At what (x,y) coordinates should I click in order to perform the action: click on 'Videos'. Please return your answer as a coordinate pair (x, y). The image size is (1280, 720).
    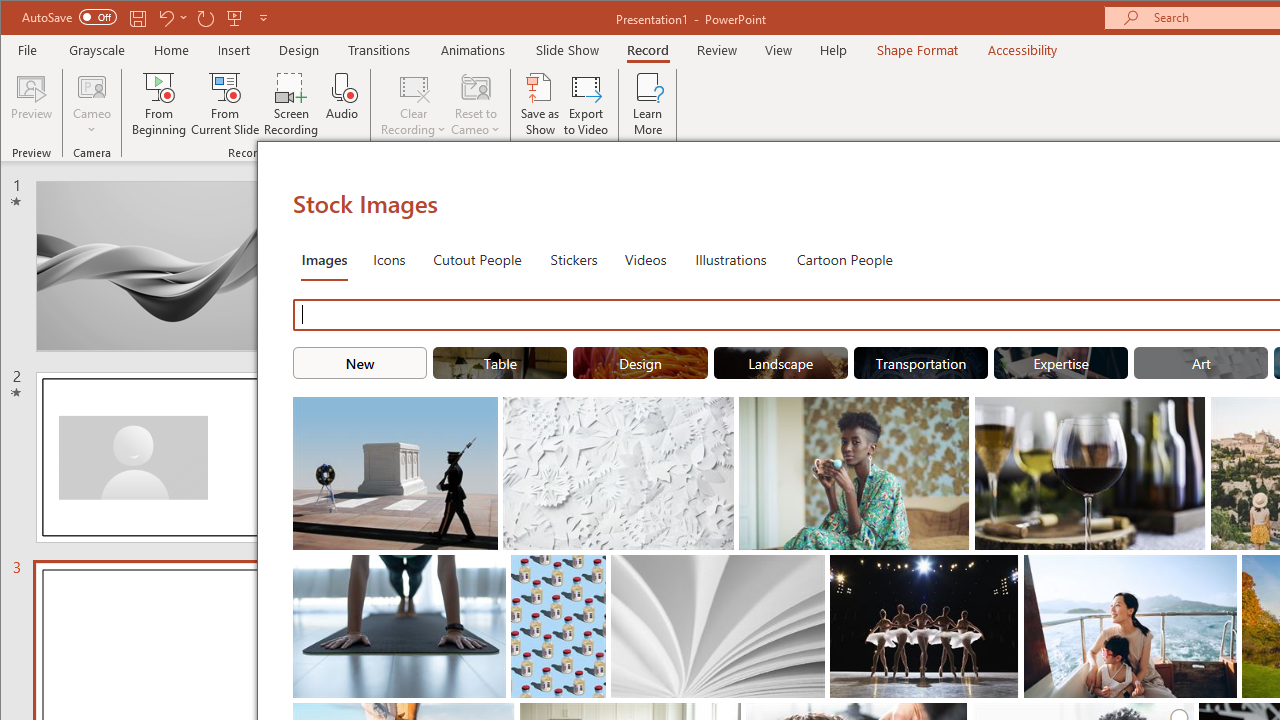
    Looking at the image, I should click on (645, 257).